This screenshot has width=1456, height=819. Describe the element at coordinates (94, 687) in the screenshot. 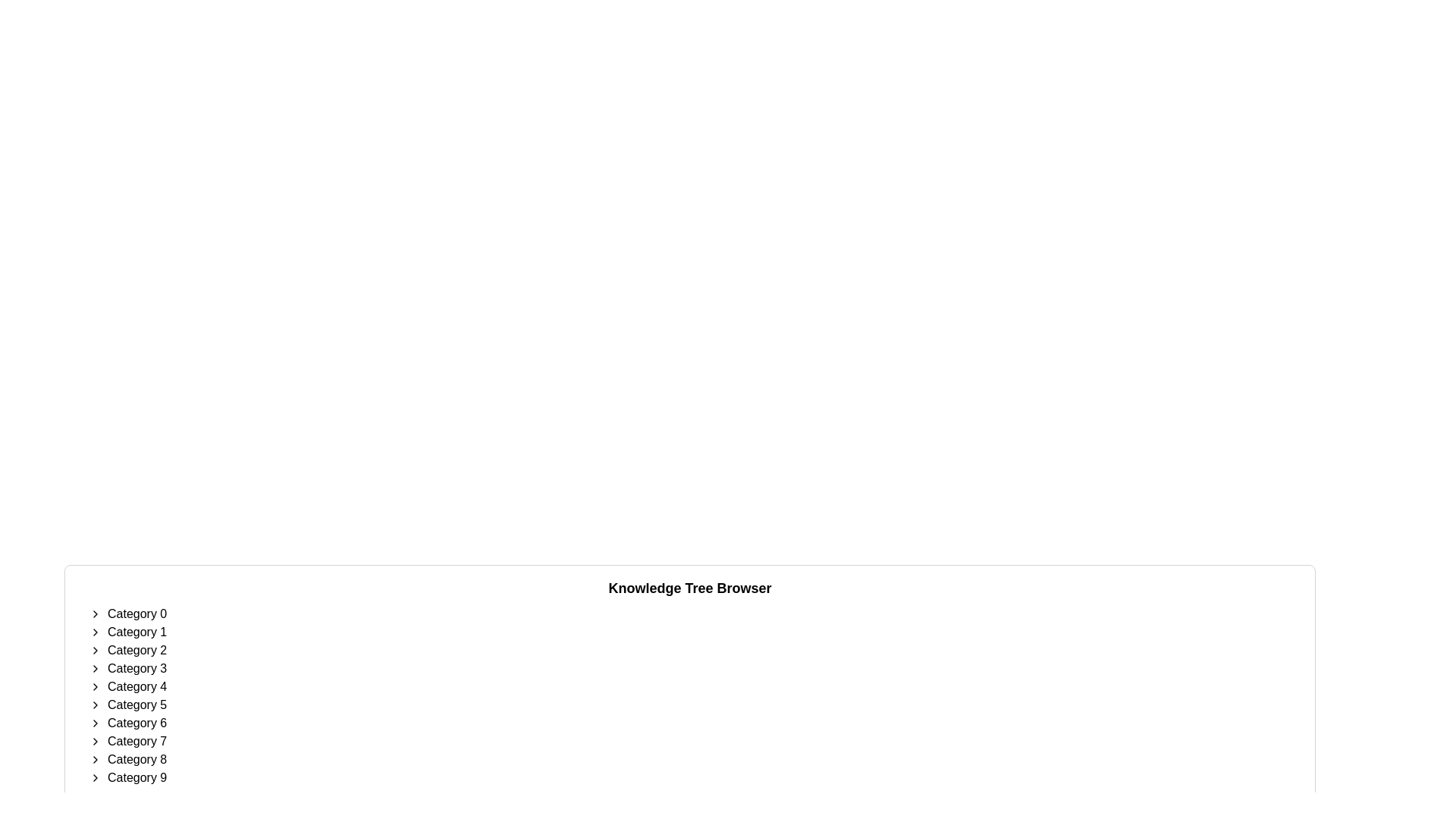

I see `the right-pointing chevron icon preceding the label 'Category 4'` at that location.